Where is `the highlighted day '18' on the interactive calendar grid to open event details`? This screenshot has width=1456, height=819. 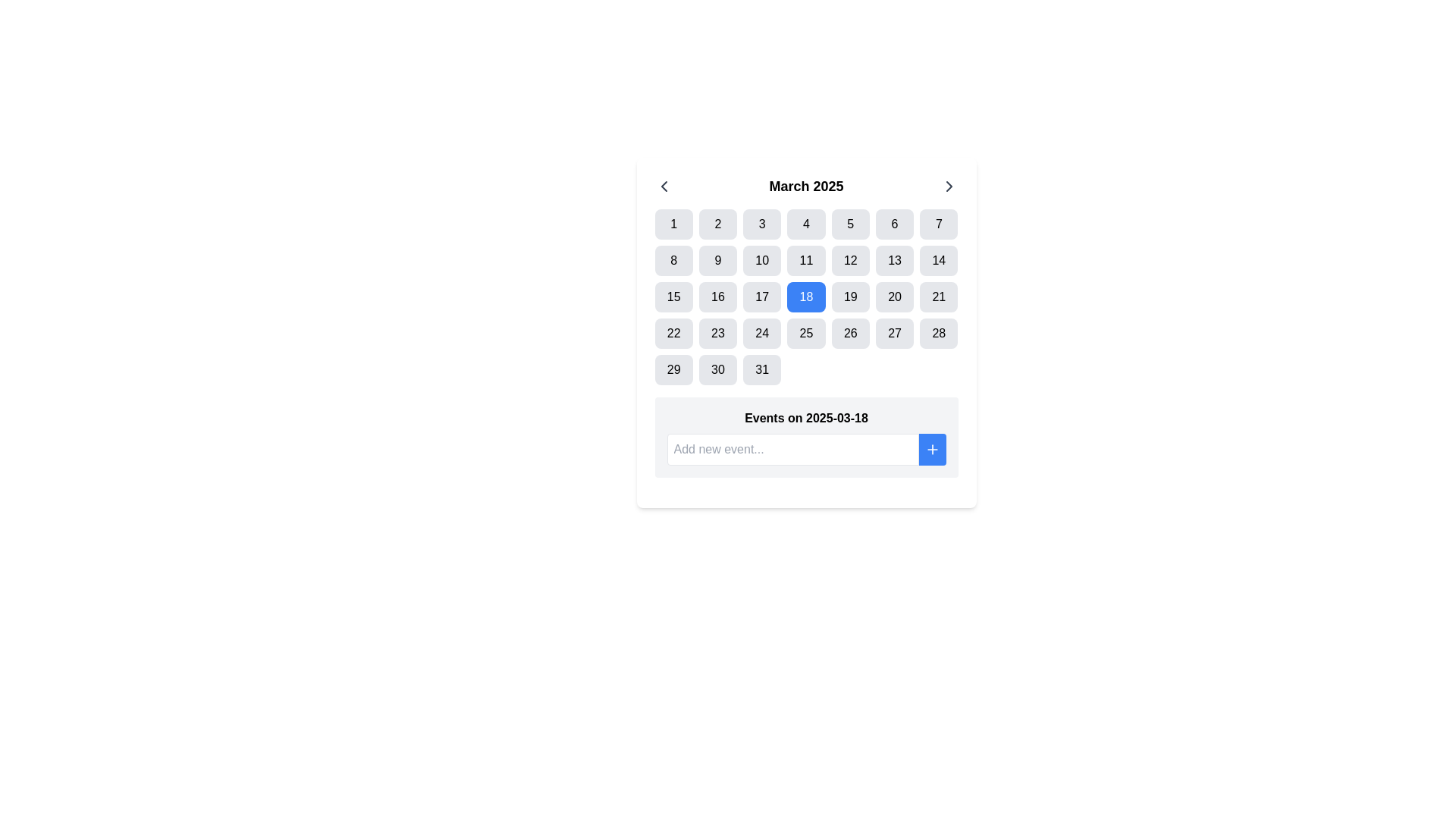
the highlighted day '18' on the interactive calendar grid to open event details is located at coordinates (805, 297).